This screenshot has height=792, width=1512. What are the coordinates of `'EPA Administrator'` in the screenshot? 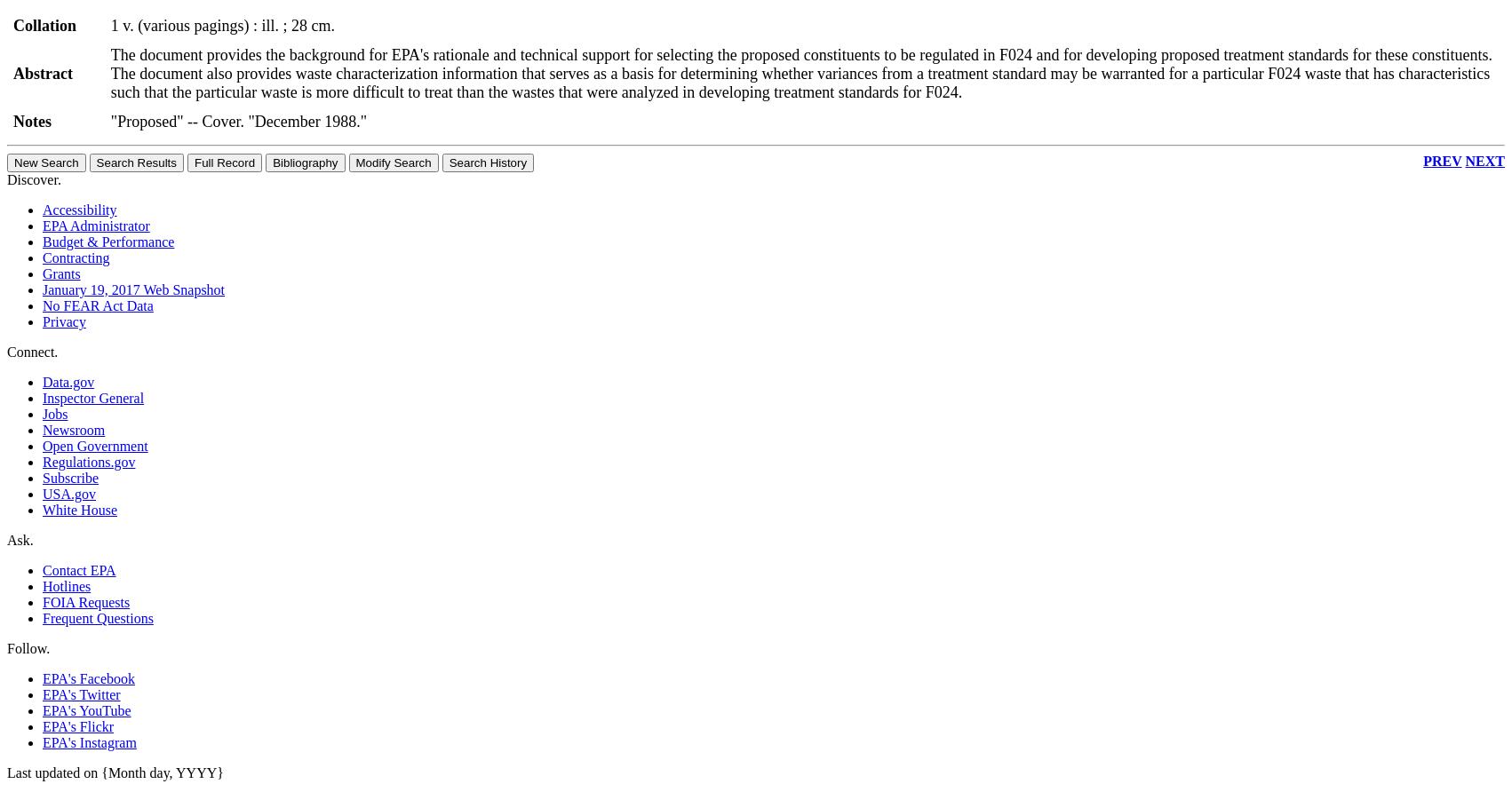 It's located at (96, 225).